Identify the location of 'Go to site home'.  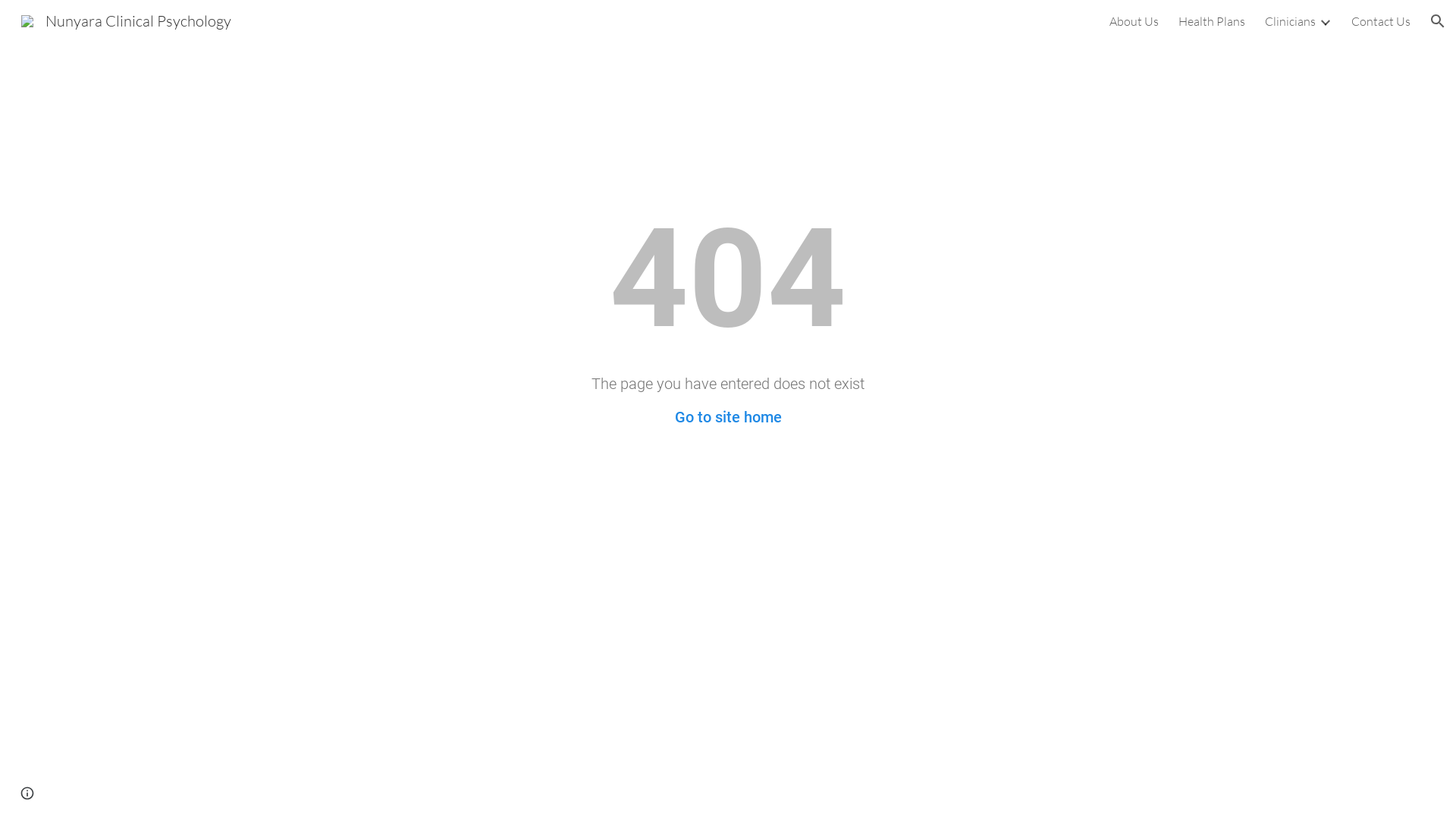
(728, 417).